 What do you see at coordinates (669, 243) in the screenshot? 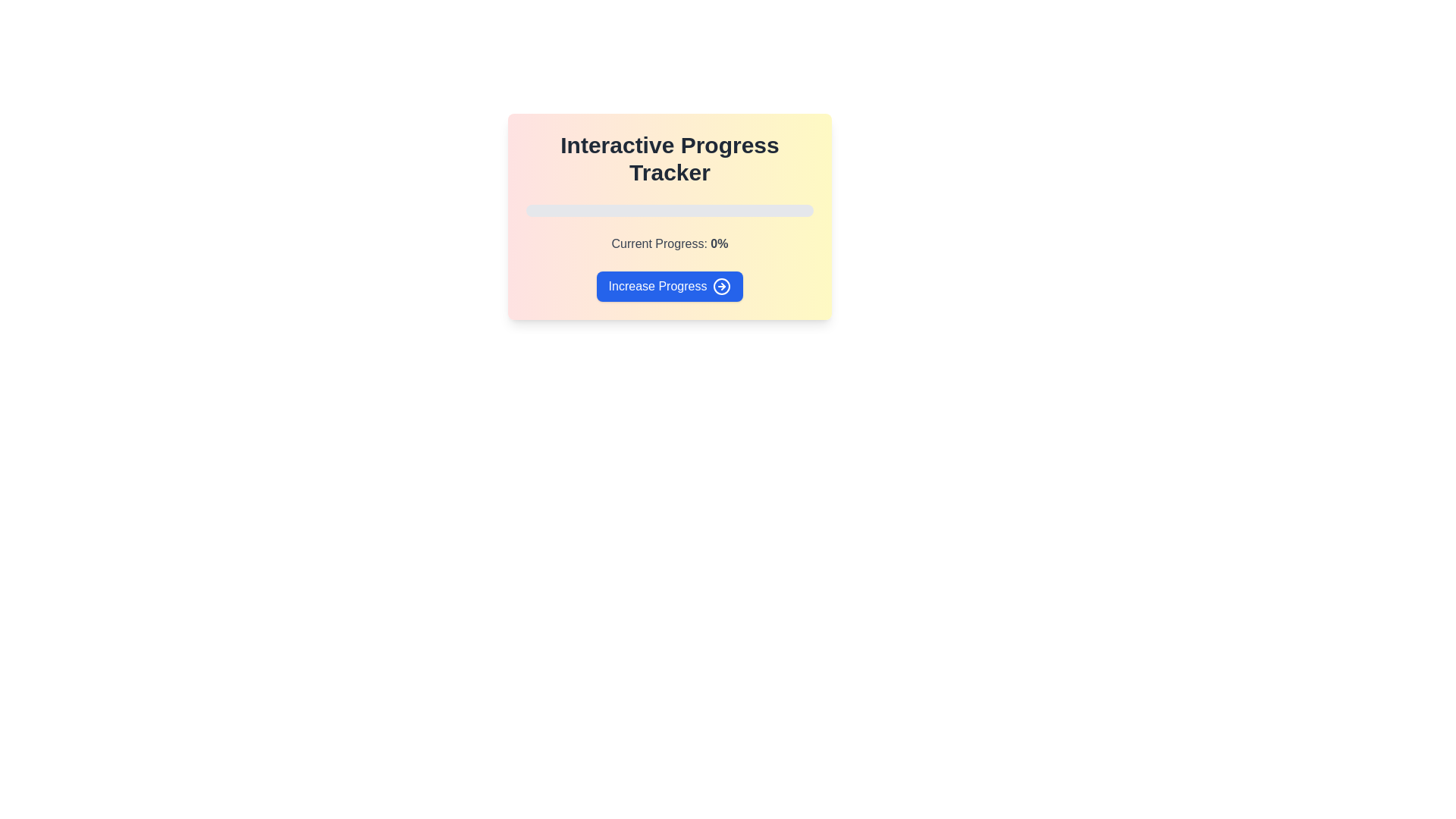
I see `text label that displays the user's current progress as a percentage, located below the progress bar and above the 'Increase Progress' button within a gradient-colored card` at bounding box center [669, 243].